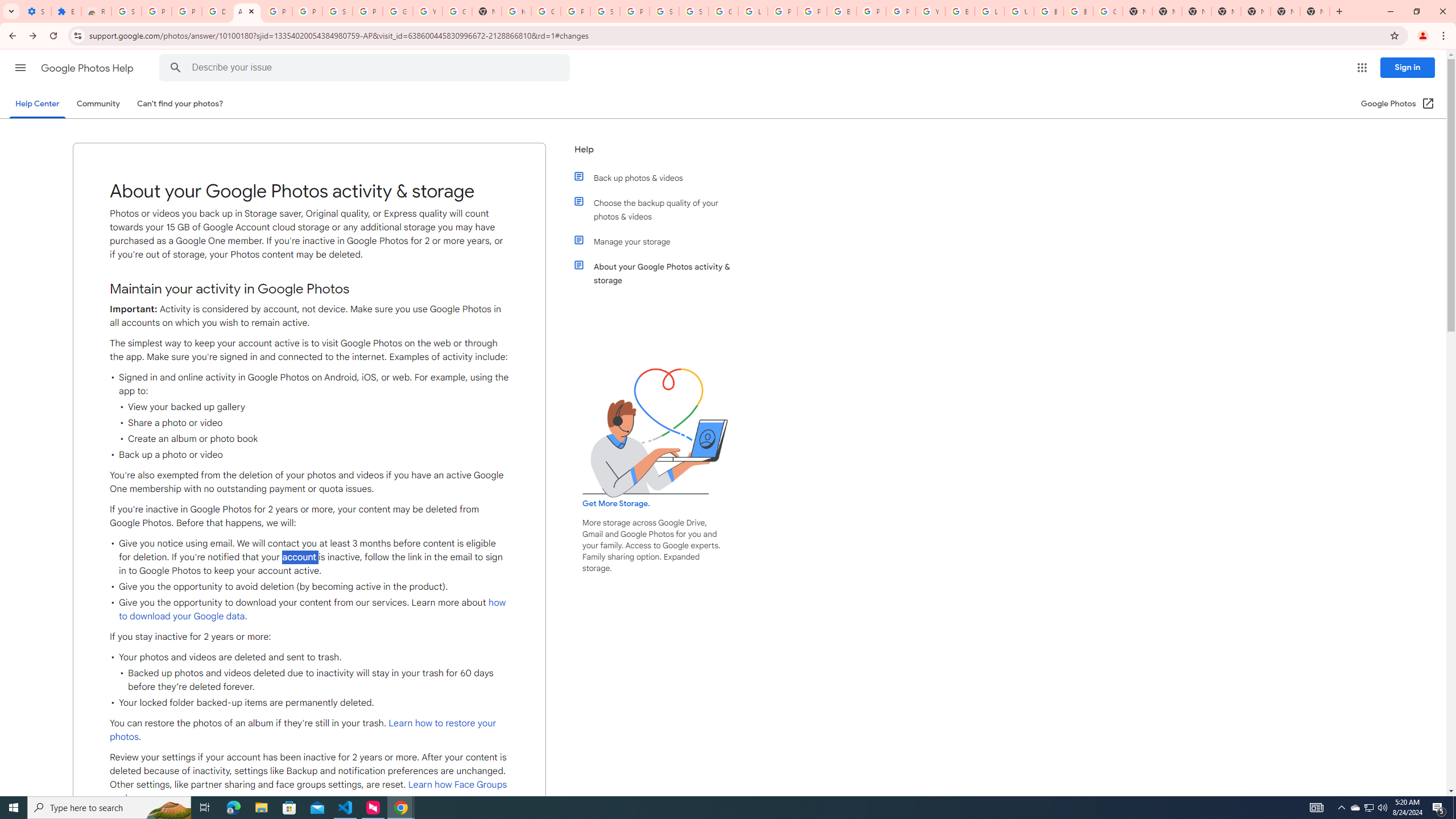 This screenshot has height=819, width=1456. Describe the element at coordinates (176, 67) in the screenshot. I see `'Search Help Center'` at that location.